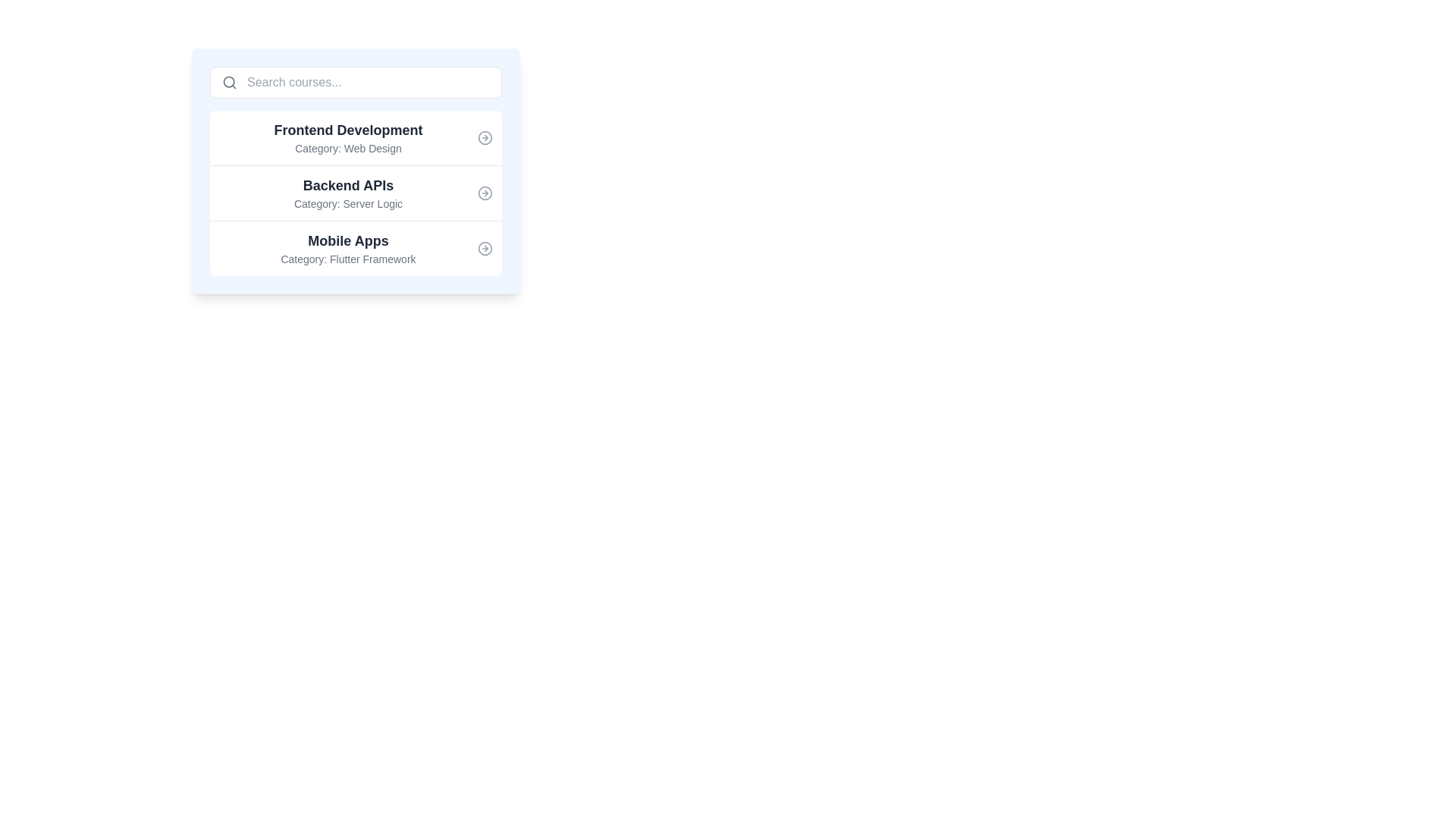  Describe the element at coordinates (355, 247) in the screenshot. I see `the 'Mobile Apps' button, which is the third item in the vertically stacked list under 'Flutter Framework'` at that location.